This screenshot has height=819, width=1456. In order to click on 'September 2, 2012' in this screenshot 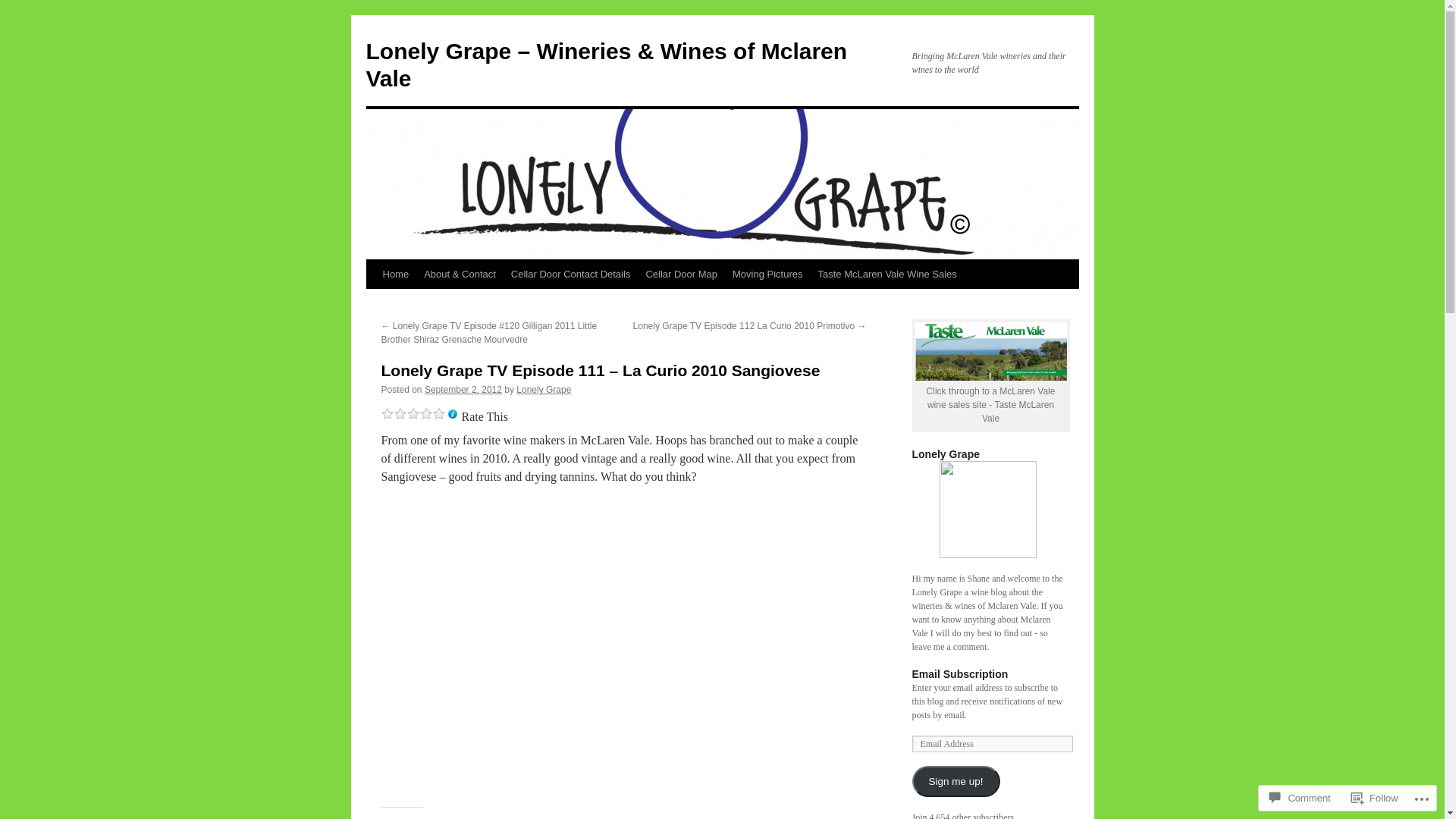, I will do `click(462, 388)`.